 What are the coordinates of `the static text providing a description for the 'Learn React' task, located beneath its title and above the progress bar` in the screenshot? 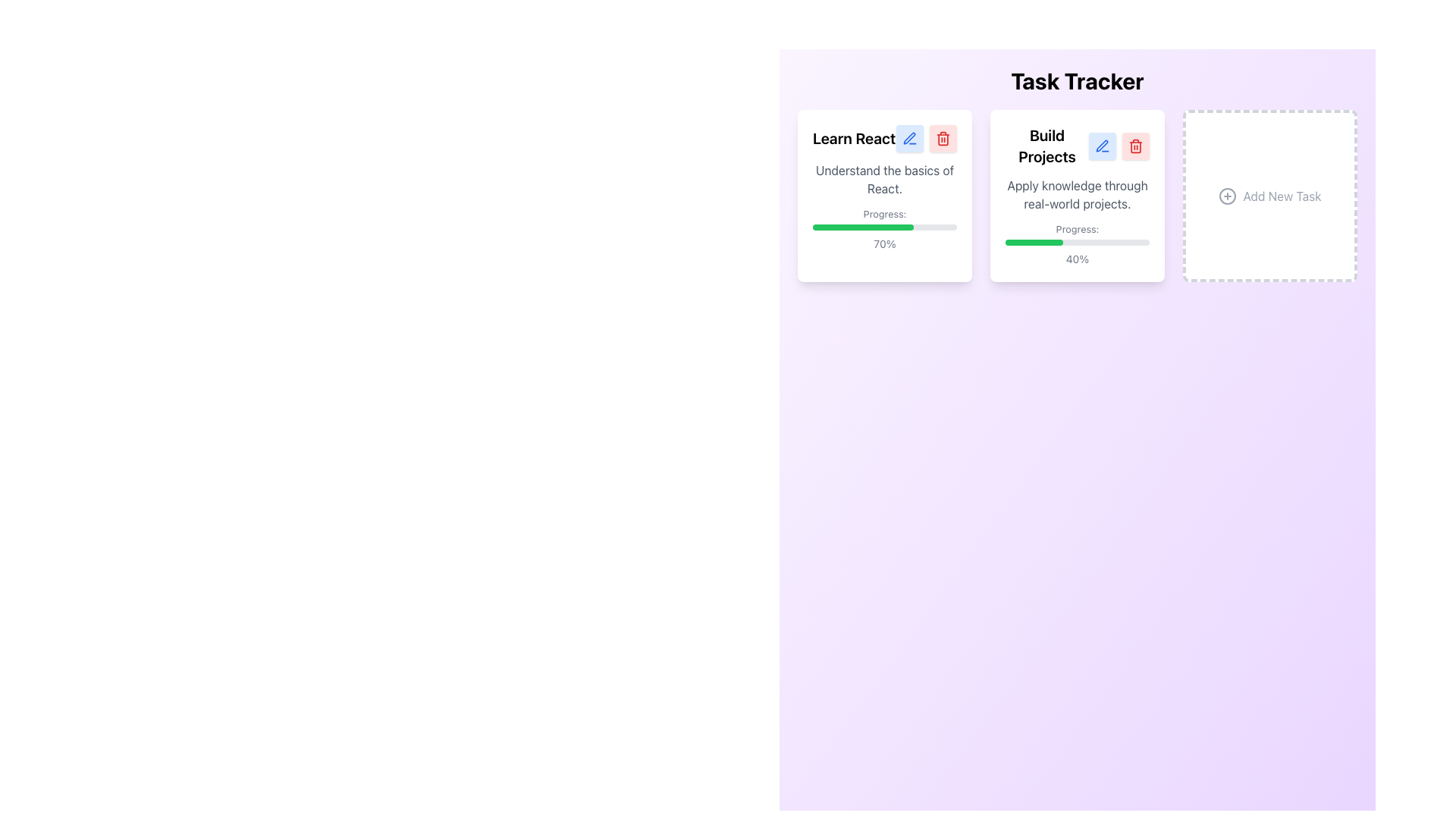 It's located at (884, 178).